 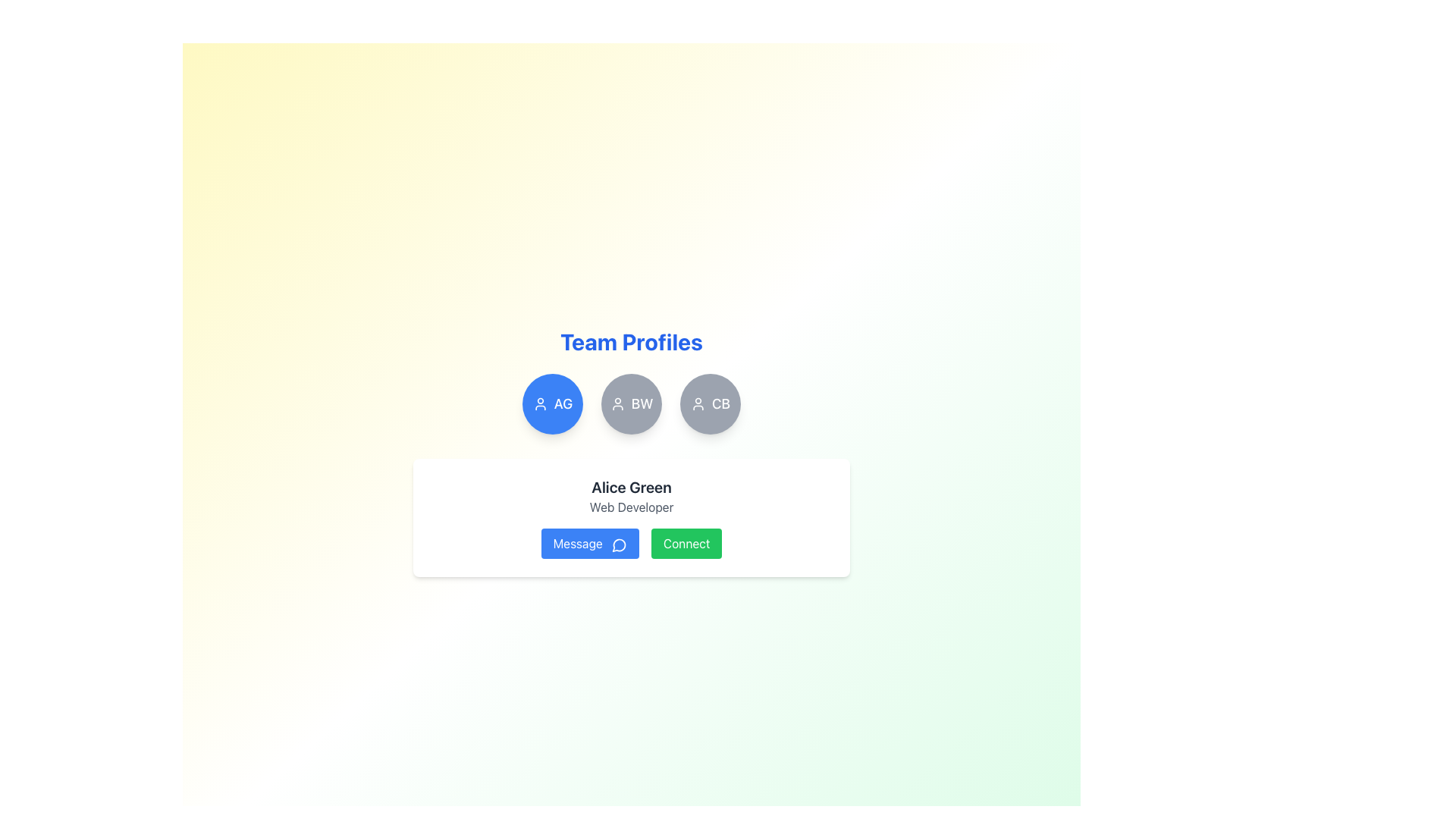 I want to click on the circular button labeled 'BW' with a white user-shaped icon and bold white uppercase letters, located, so click(x=632, y=403).